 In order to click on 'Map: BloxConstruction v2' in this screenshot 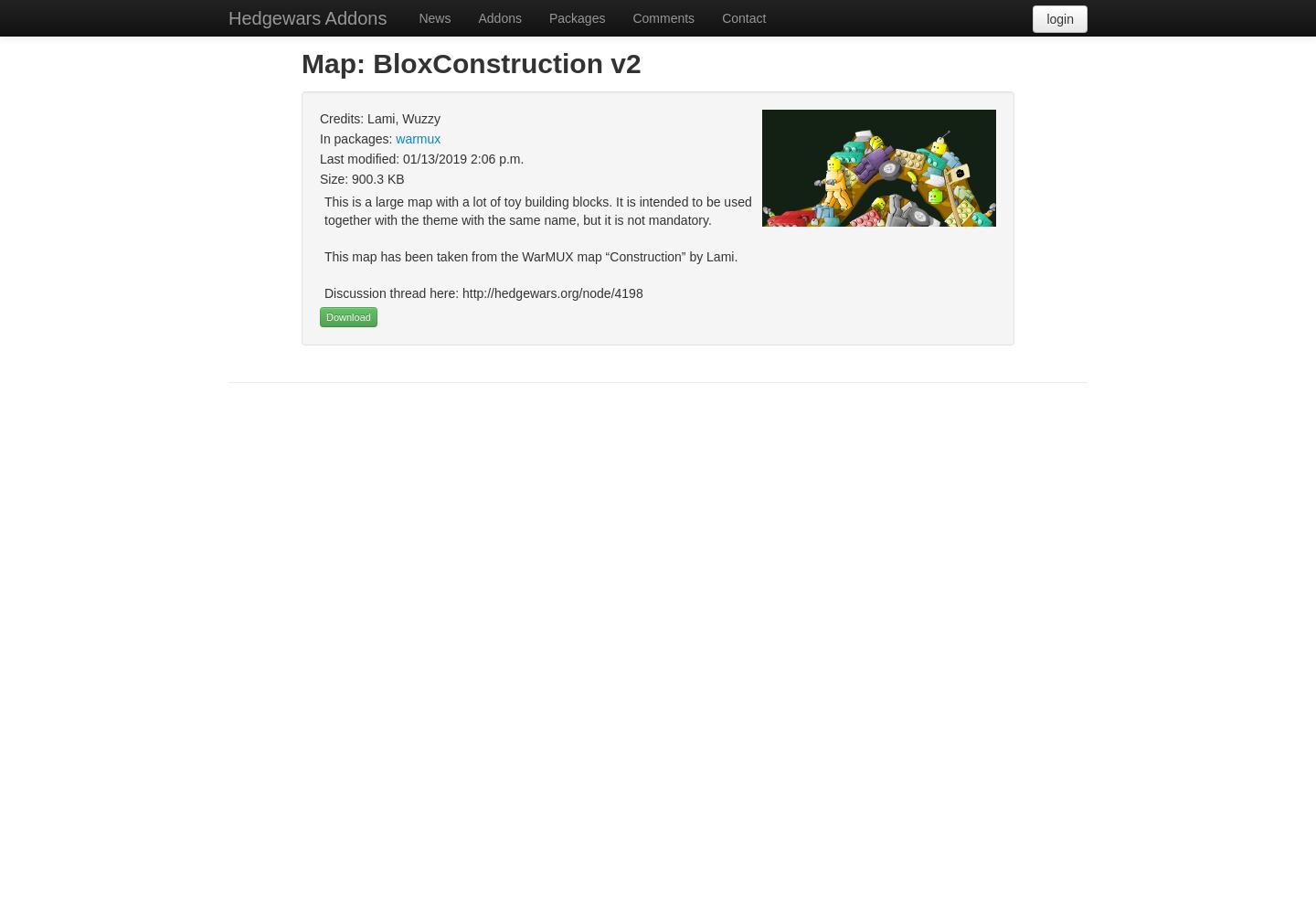, I will do `click(470, 62)`.